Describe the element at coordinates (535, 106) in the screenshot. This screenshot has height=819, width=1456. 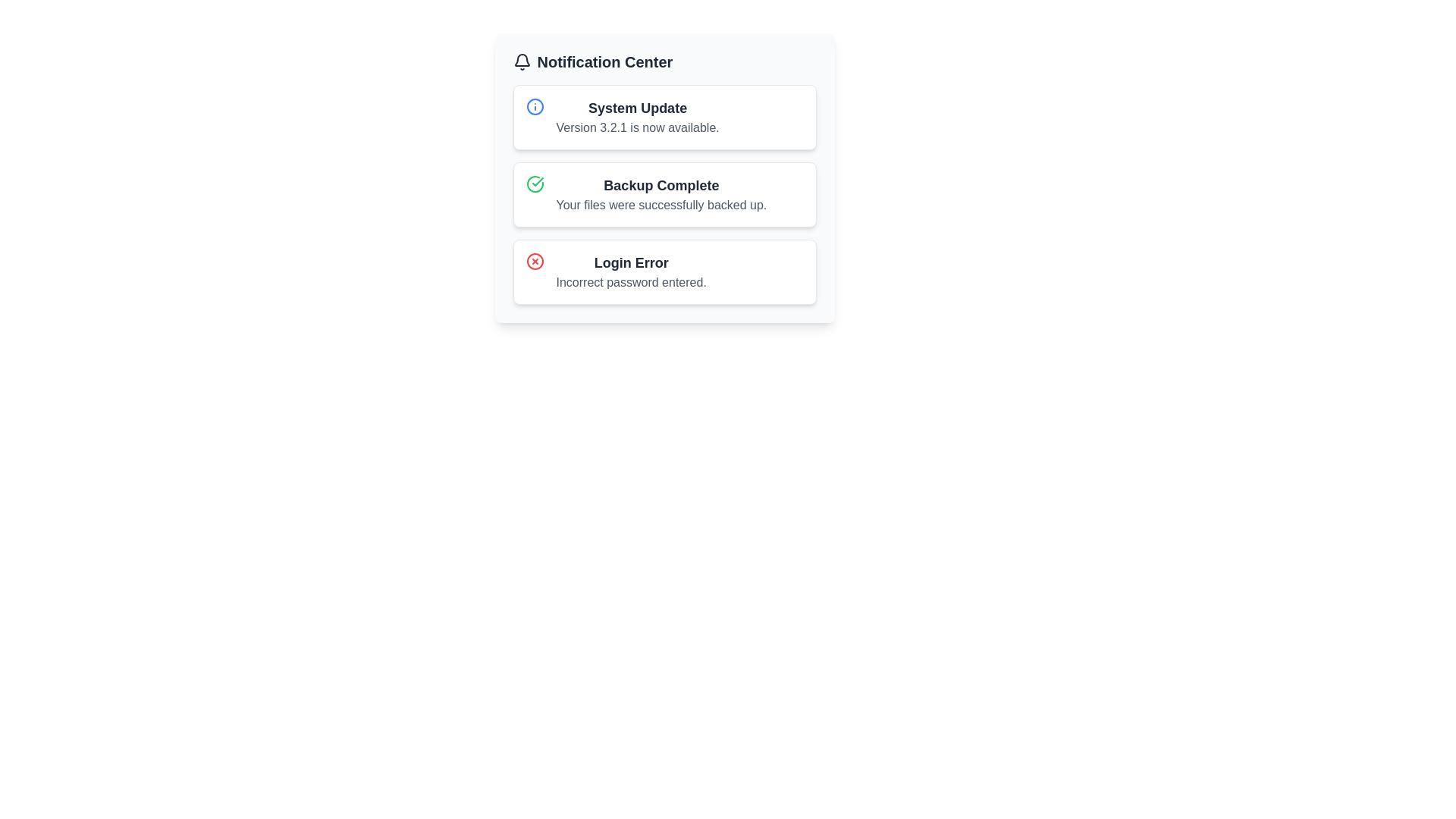
I see `the information icon styled as a blue circle with a lowercase 'i' in the center, located directly to the left of the text 'System Update' within a notification card` at that location.